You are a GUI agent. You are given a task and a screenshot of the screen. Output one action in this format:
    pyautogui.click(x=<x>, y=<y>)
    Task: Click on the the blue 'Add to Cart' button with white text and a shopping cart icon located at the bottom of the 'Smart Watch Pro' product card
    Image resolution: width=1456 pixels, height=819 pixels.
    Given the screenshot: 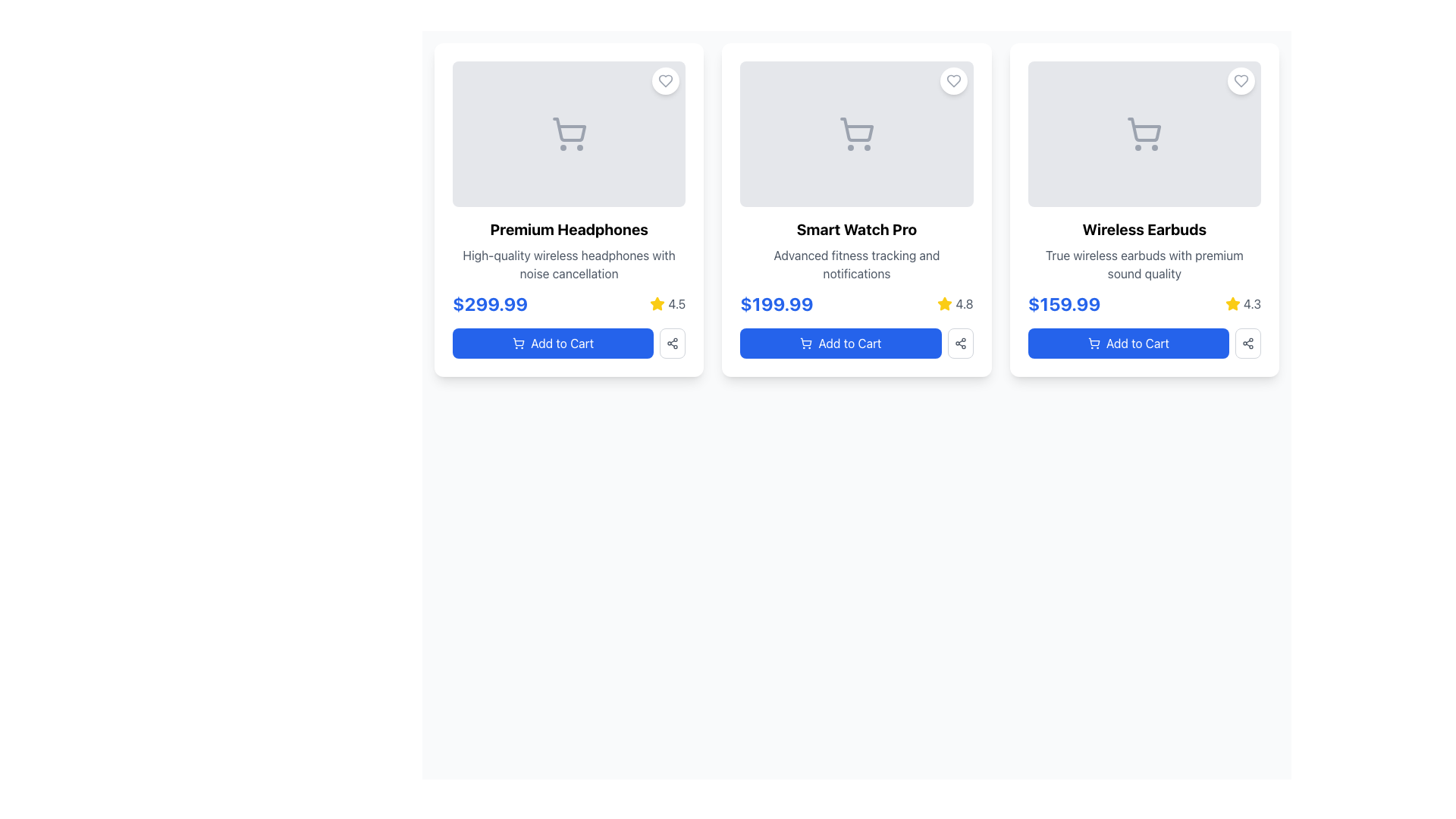 What is the action you would take?
    pyautogui.click(x=839, y=343)
    